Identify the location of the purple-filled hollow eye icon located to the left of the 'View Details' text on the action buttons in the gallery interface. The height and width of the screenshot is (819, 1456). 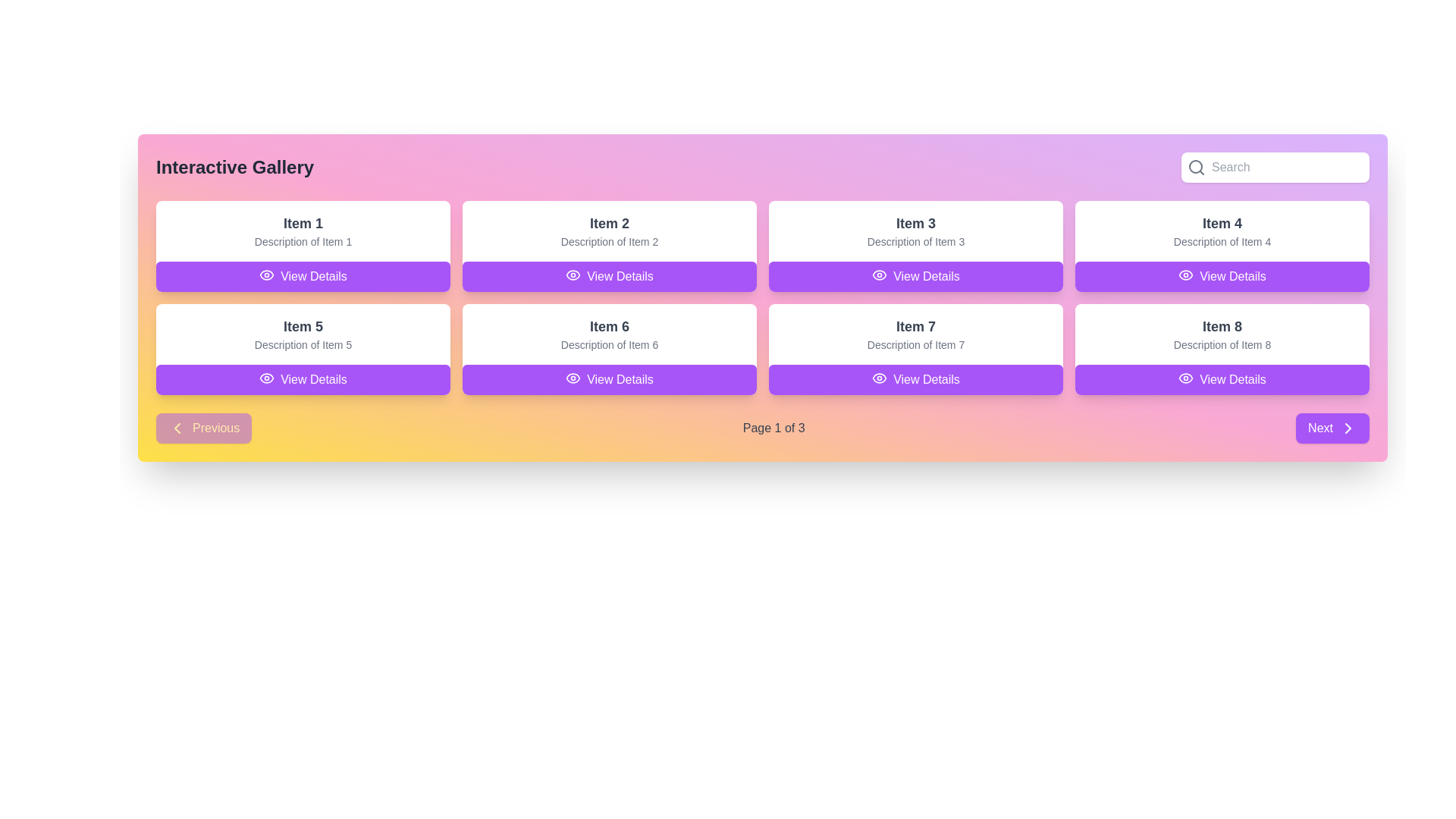
(1185, 377).